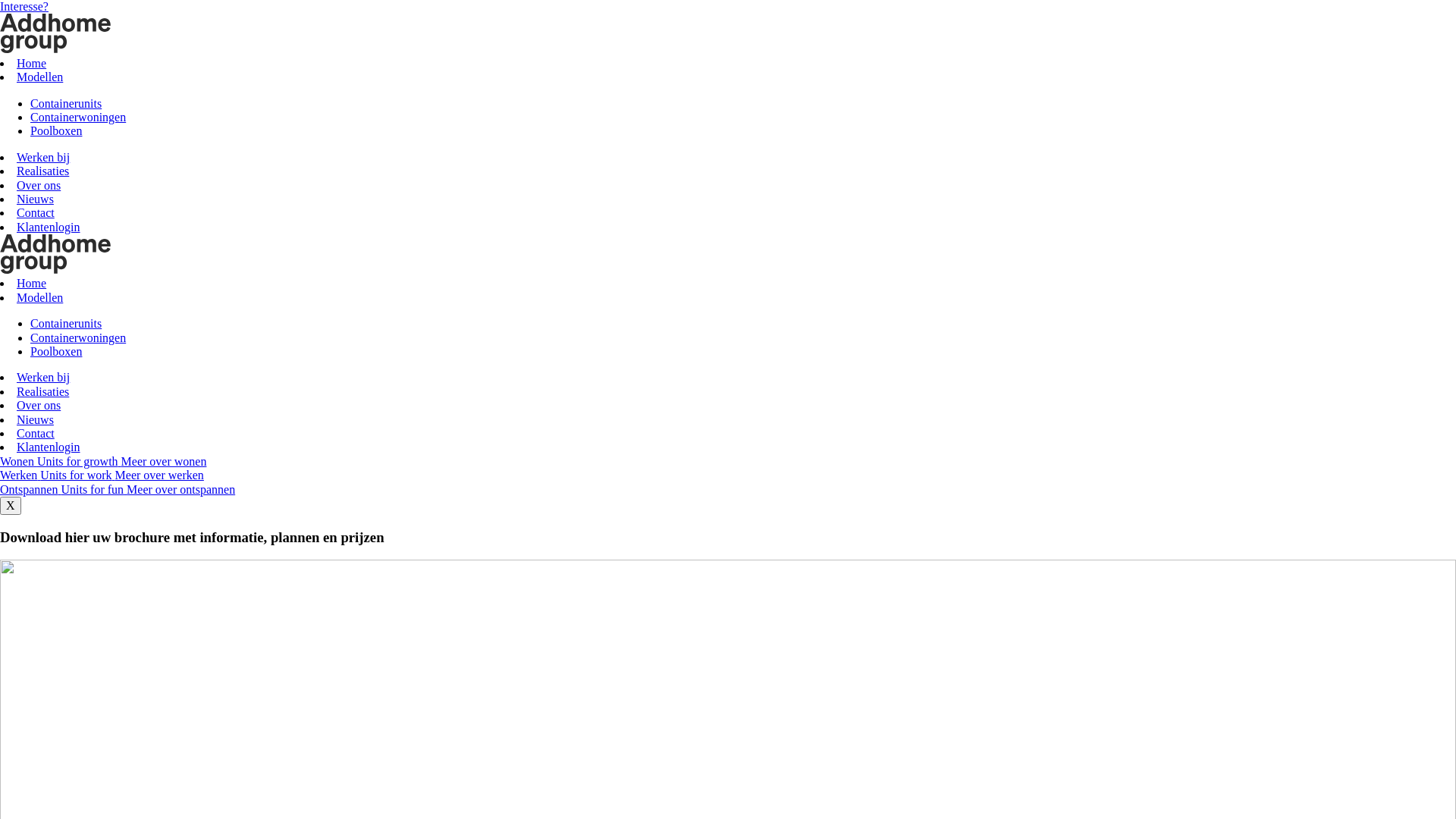 Image resolution: width=1456 pixels, height=819 pixels. What do you see at coordinates (42, 391) in the screenshot?
I see `'Realisaties'` at bounding box center [42, 391].